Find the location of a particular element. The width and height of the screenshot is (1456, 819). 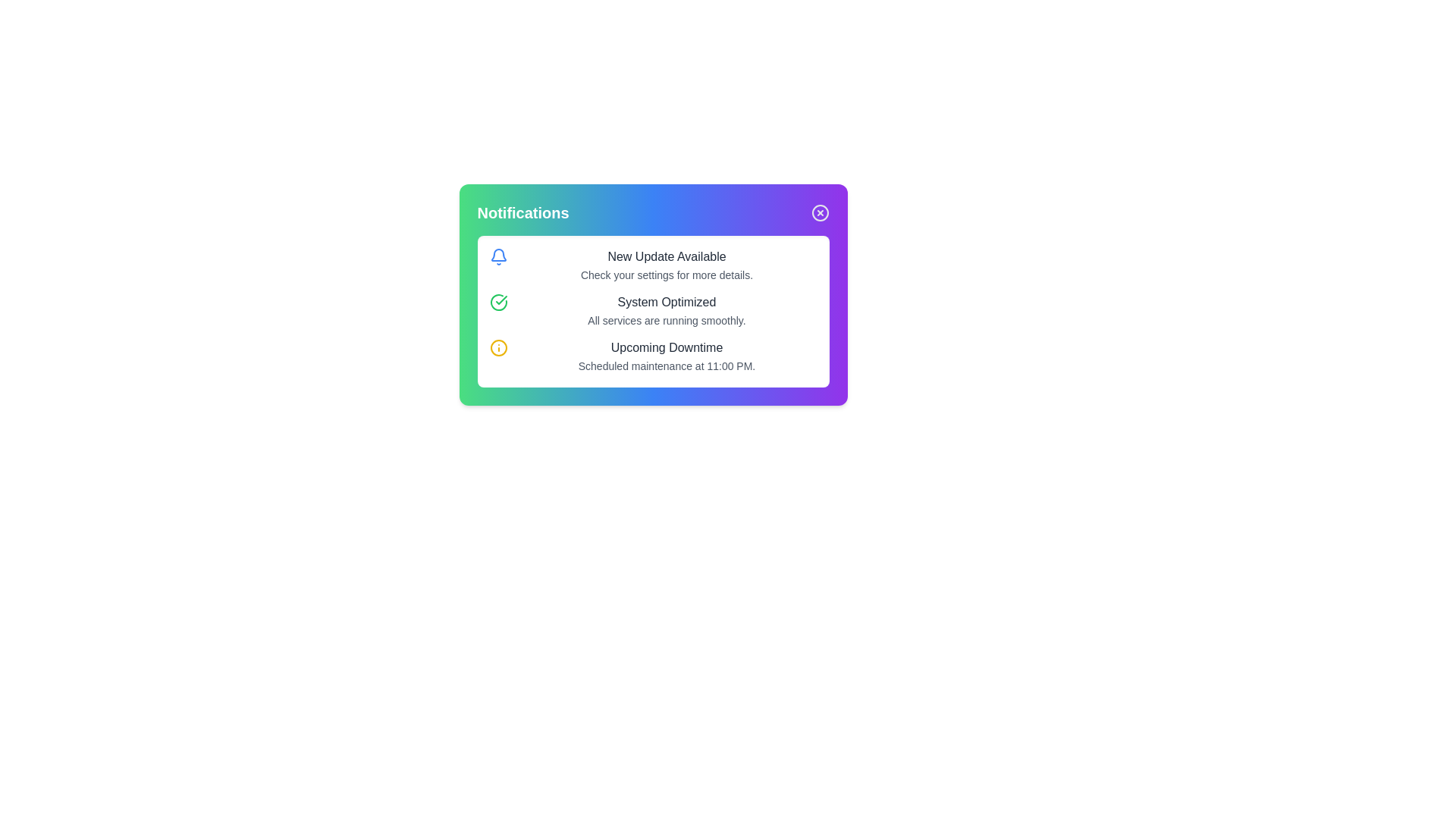

the second informational text entry in the notifications card to focus on it is located at coordinates (653, 311).